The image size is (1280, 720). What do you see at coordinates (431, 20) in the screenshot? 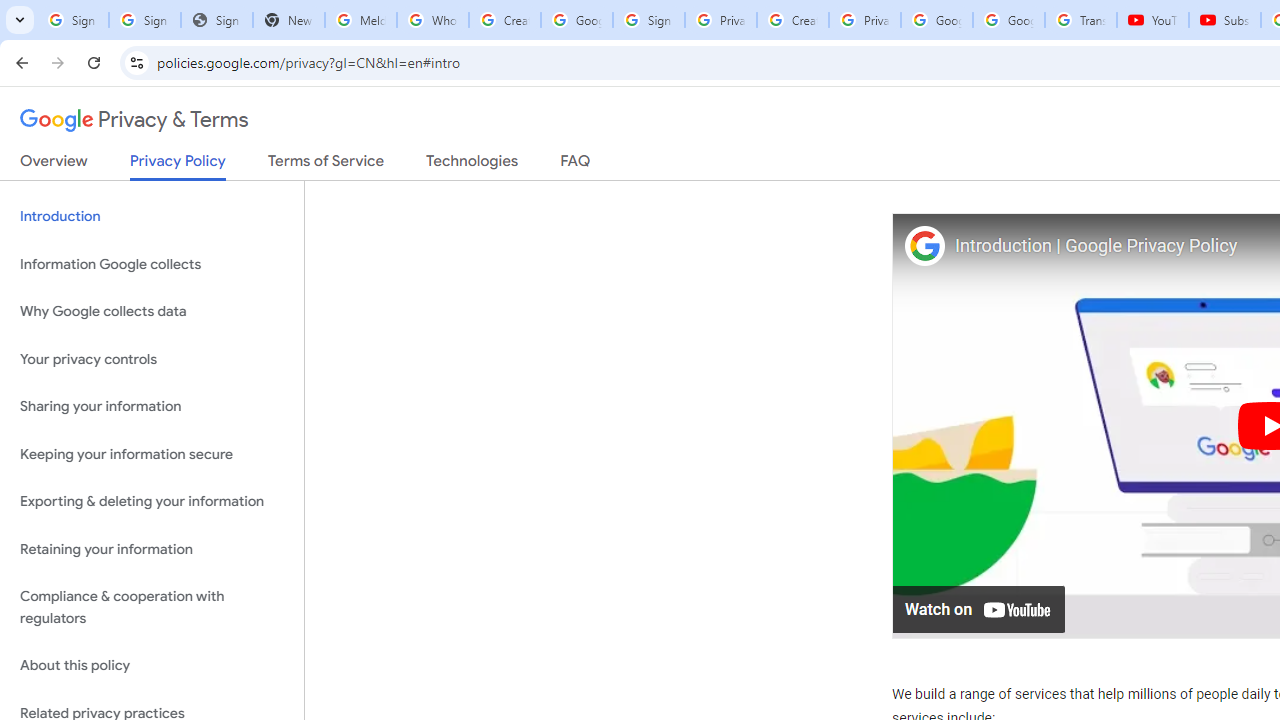
I see `'Who is my administrator? - Google Account Help'` at bounding box center [431, 20].